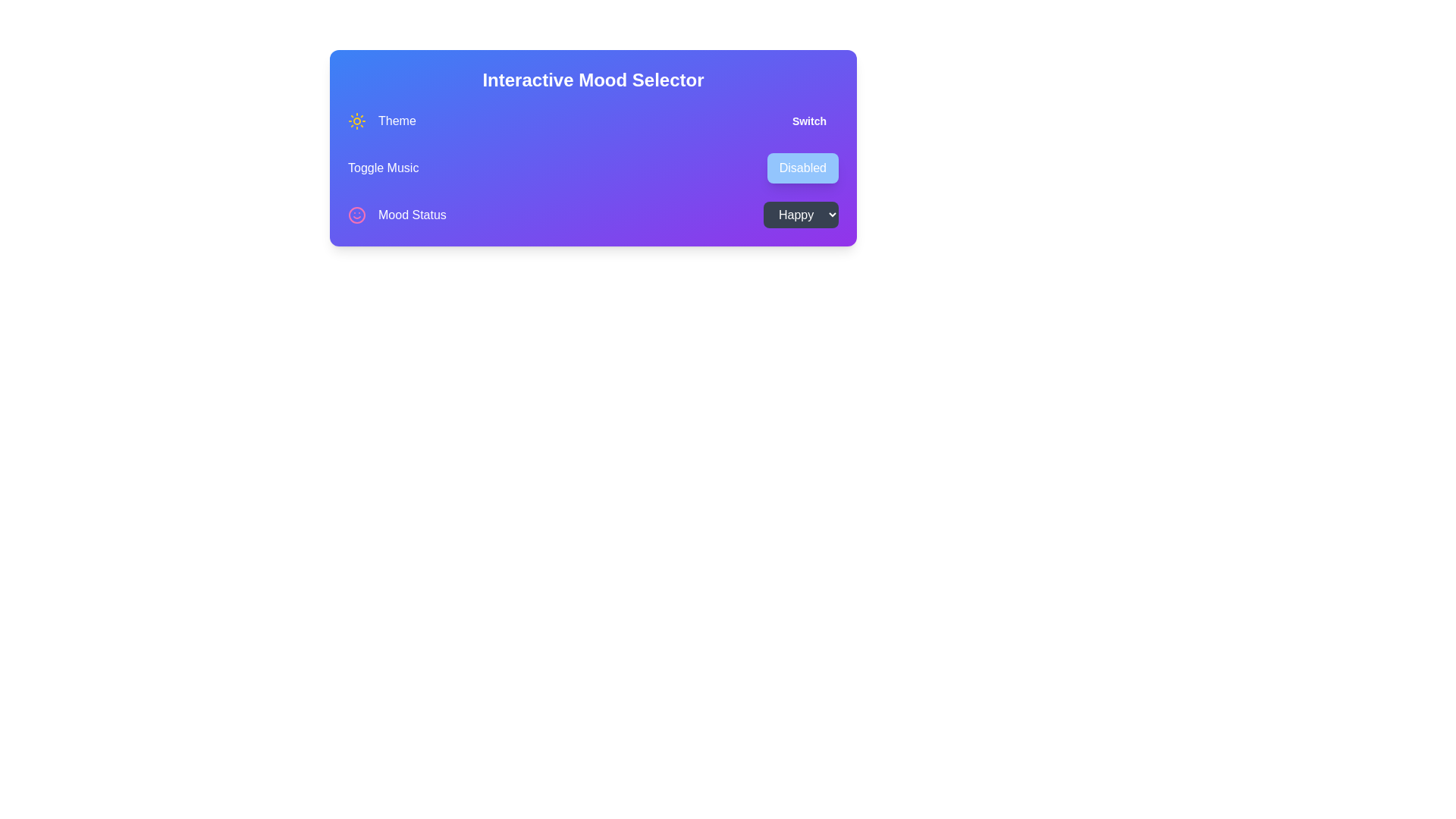 The width and height of the screenshot is (1456, 819). I want to click on the interactive toggle button for controlling the 'Disabled' state related to 'Toggle Music', located to the right of the text 'Toggle Music' below the title 'Interactive Mood Selector', so click(802, 168).